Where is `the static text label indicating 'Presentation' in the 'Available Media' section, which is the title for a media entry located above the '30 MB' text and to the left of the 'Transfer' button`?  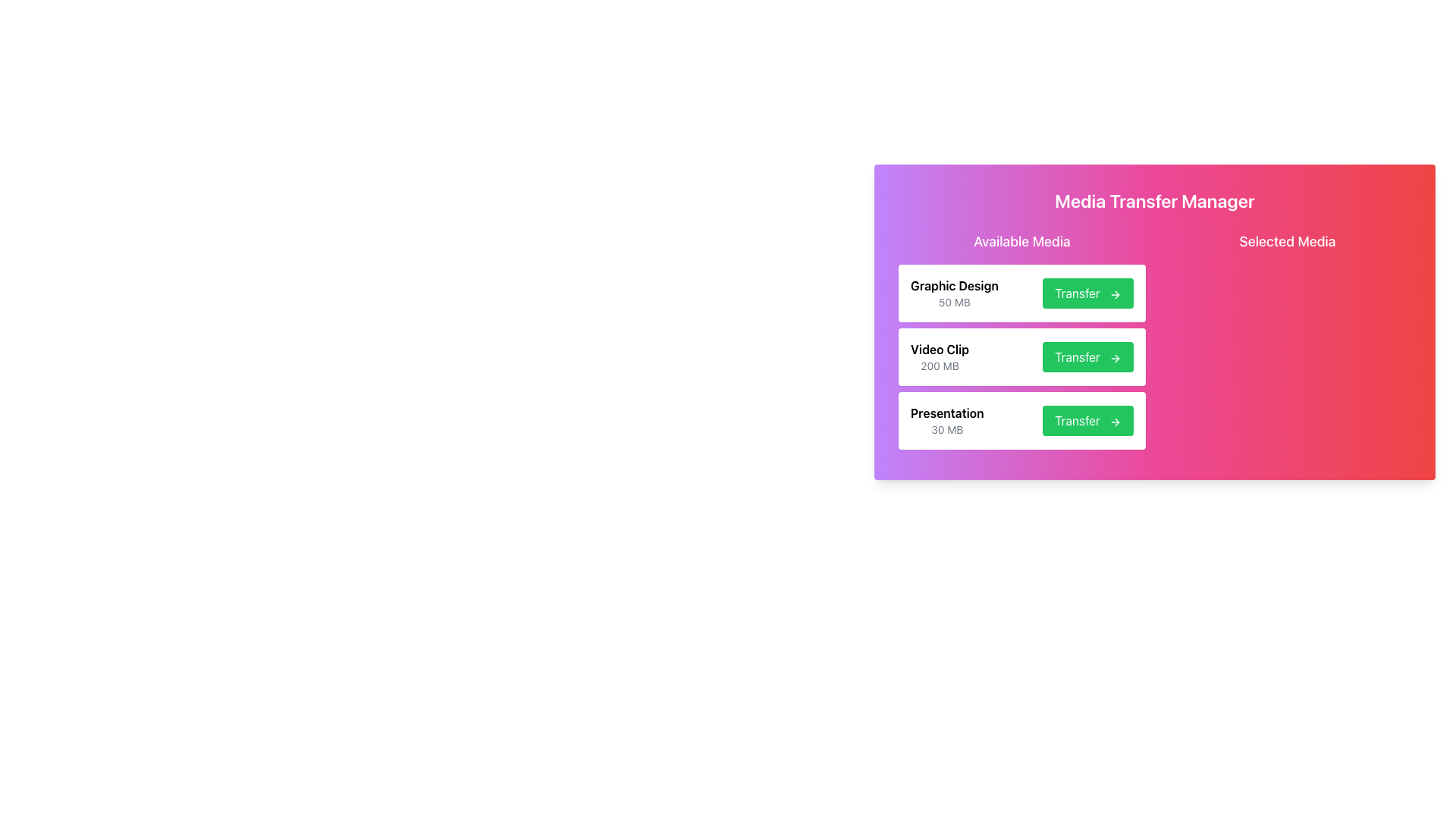 the static text label indicating 'Presentation' in the 'Available Media' section, which is the title for a media entry located above the '30 MB' text and to the left of the 'Transfer' button is located at coordinates (946, 413).